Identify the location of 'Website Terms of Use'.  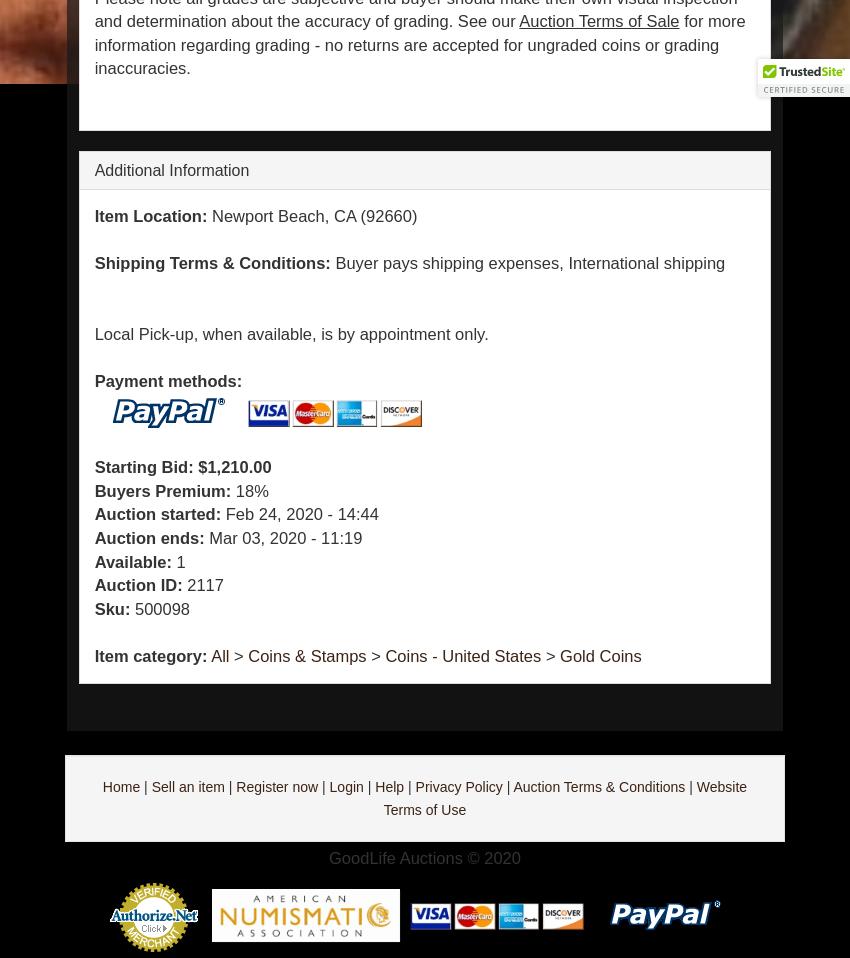
(564, 798).